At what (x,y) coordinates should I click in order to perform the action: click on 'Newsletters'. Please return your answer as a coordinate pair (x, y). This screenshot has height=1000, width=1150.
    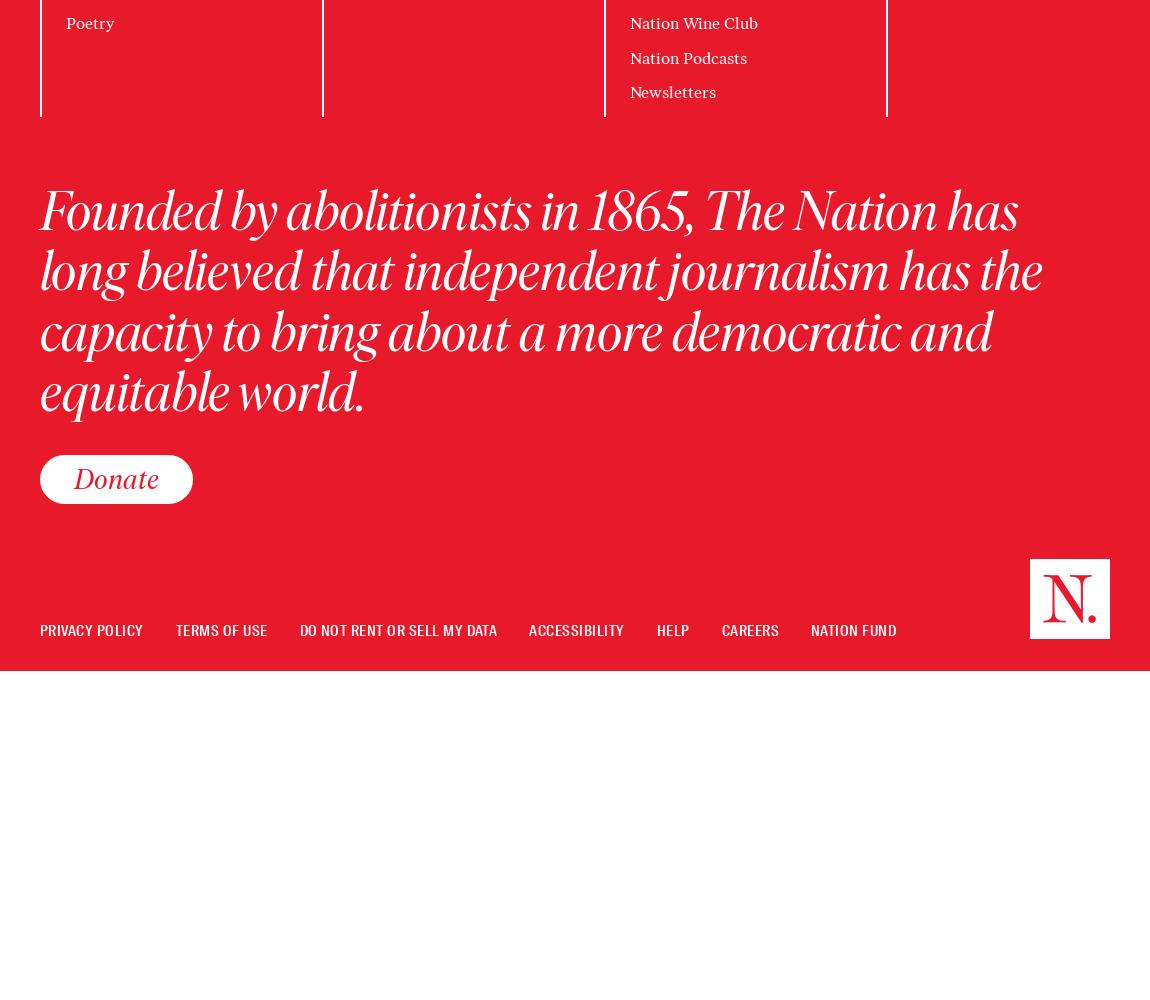
    Looking at the image, I should click on (671, 91).